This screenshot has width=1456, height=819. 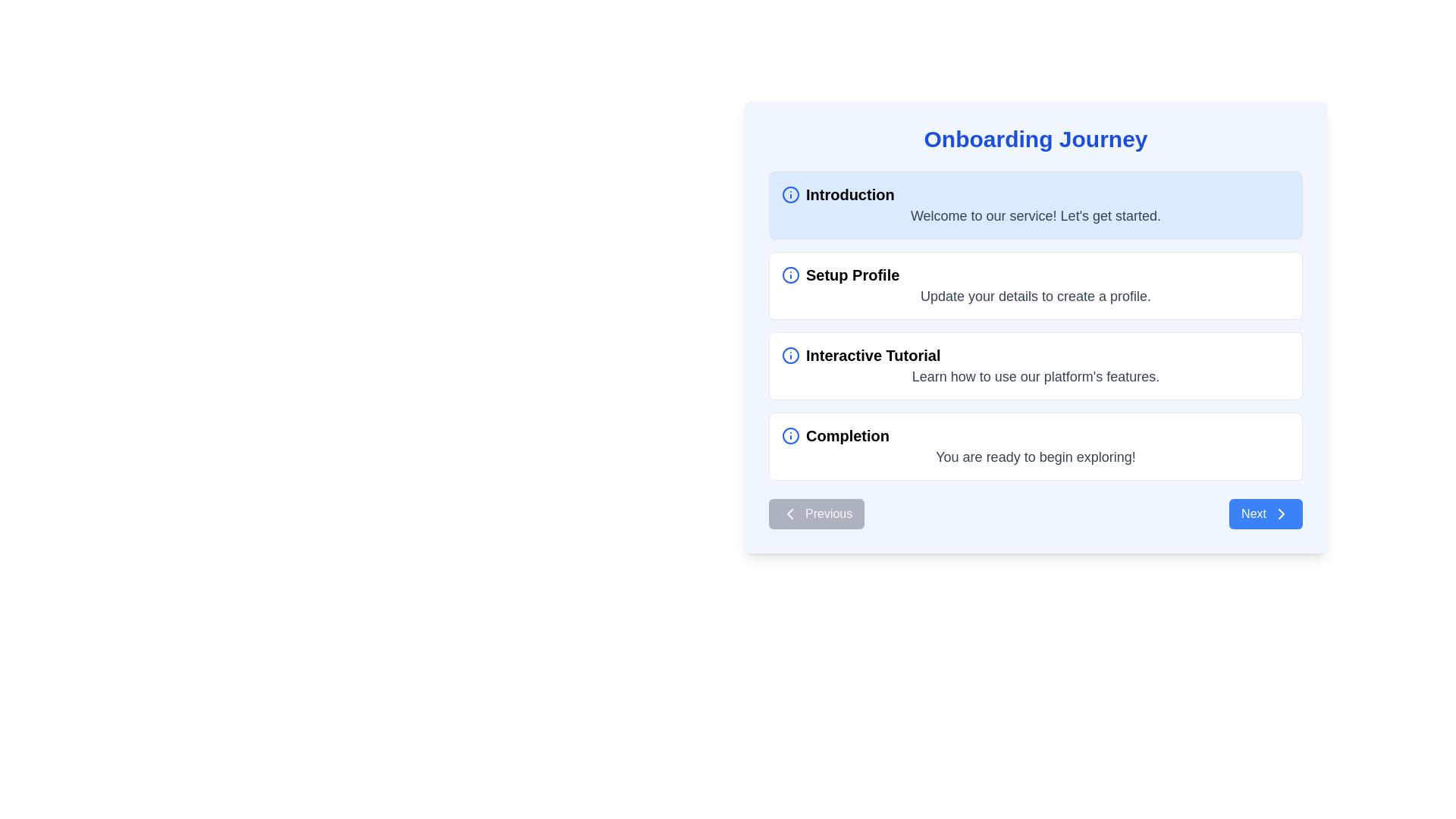 What do you see at coordinates (789, 513) in the screenshot?
I see `the left-facing chevron icon that is part of the 'Previous' button, which has a gray background and is located at the bottom-left corner of the interface panel` at bounding box center [789, 513].